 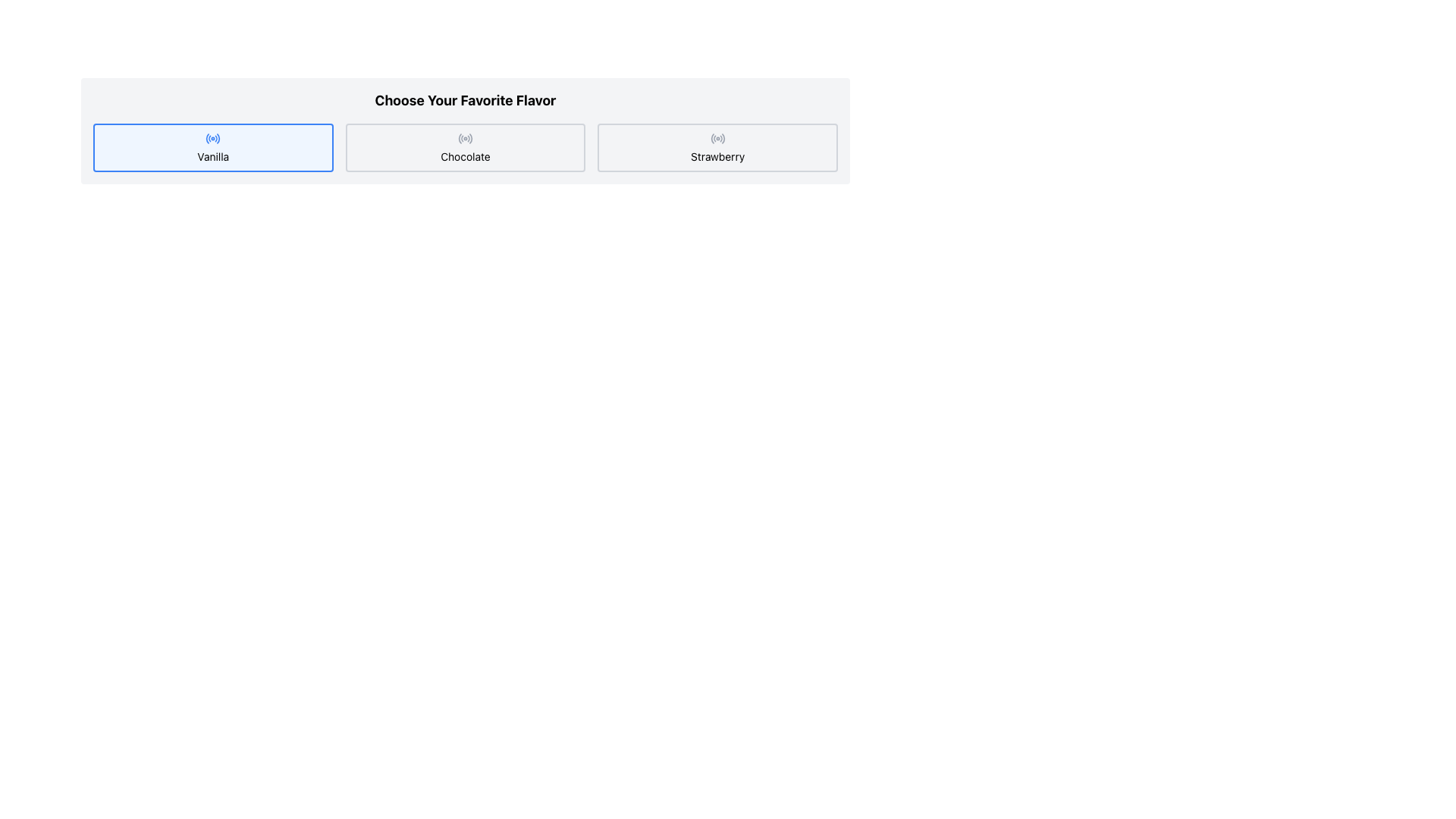 I want to click on the text label 'Strawberry', which is positioned directly below the radio button icon inside the third option labeled 'Strawberry', so click(x=717, y=157).